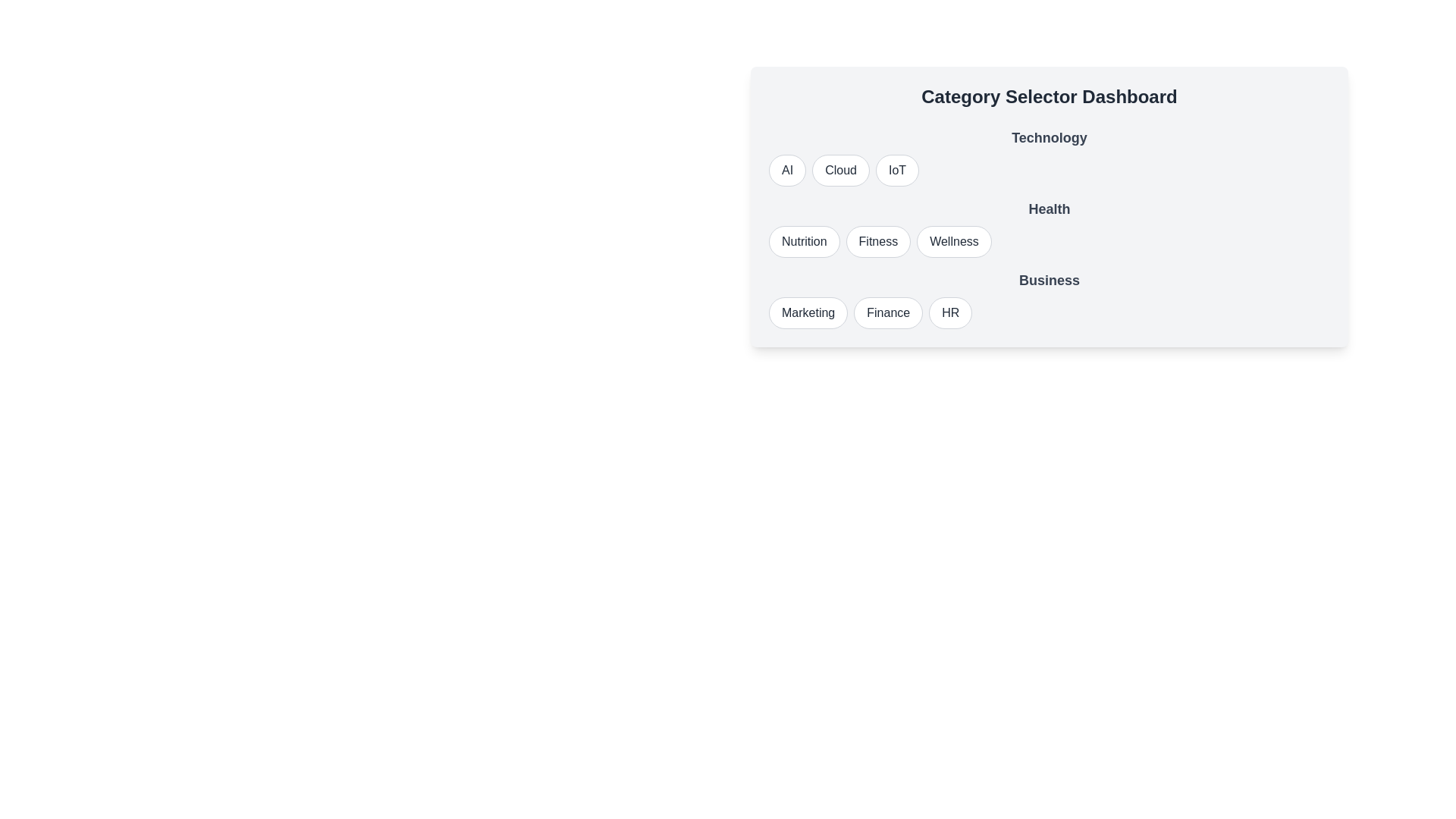 The image size is (1456, 819). I want to click on the option AI from the category Technology, so click(787, 170).